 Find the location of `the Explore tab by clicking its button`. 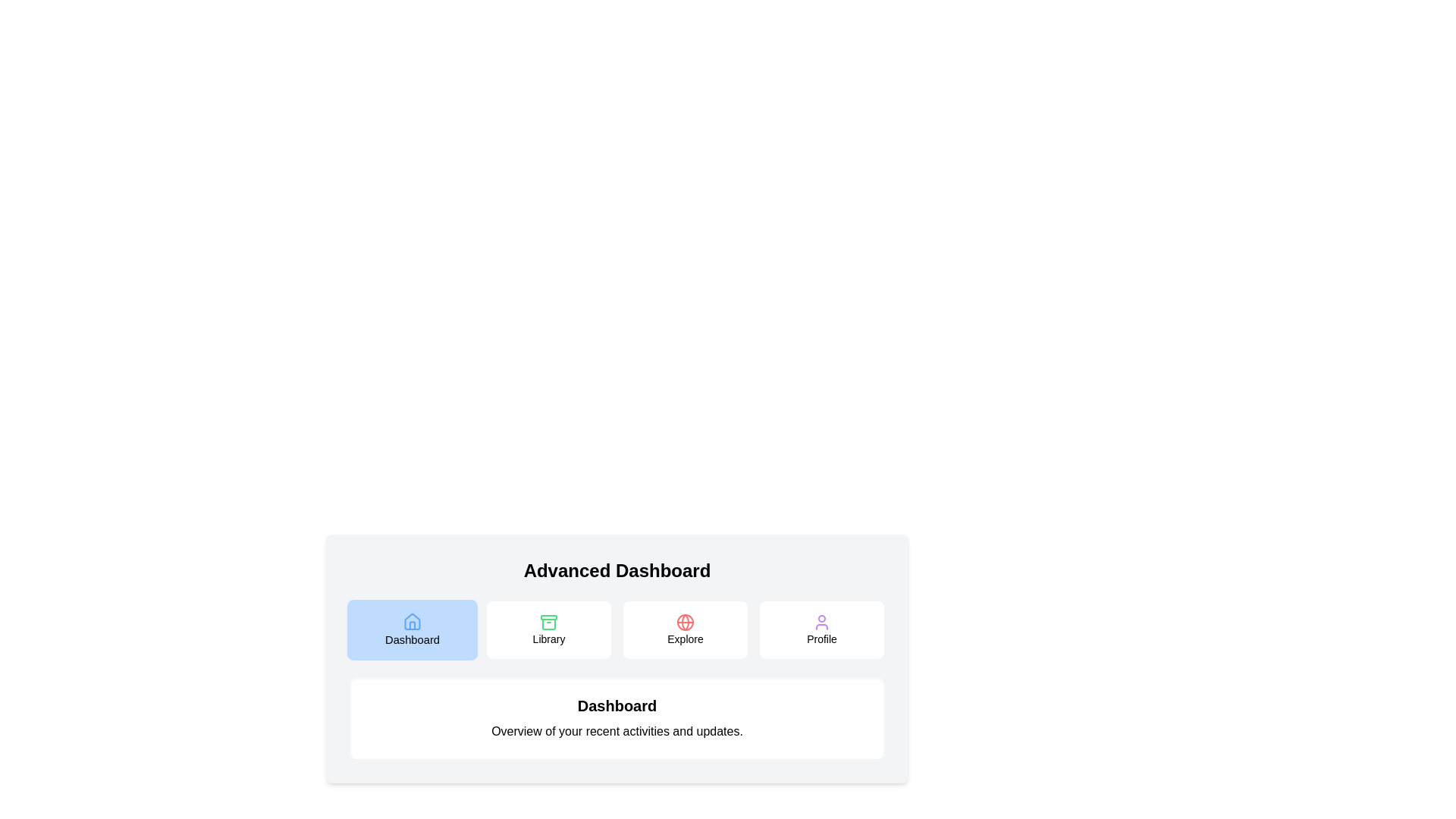

the Explore tab by clicking its button is located at coordinates (684, 629).